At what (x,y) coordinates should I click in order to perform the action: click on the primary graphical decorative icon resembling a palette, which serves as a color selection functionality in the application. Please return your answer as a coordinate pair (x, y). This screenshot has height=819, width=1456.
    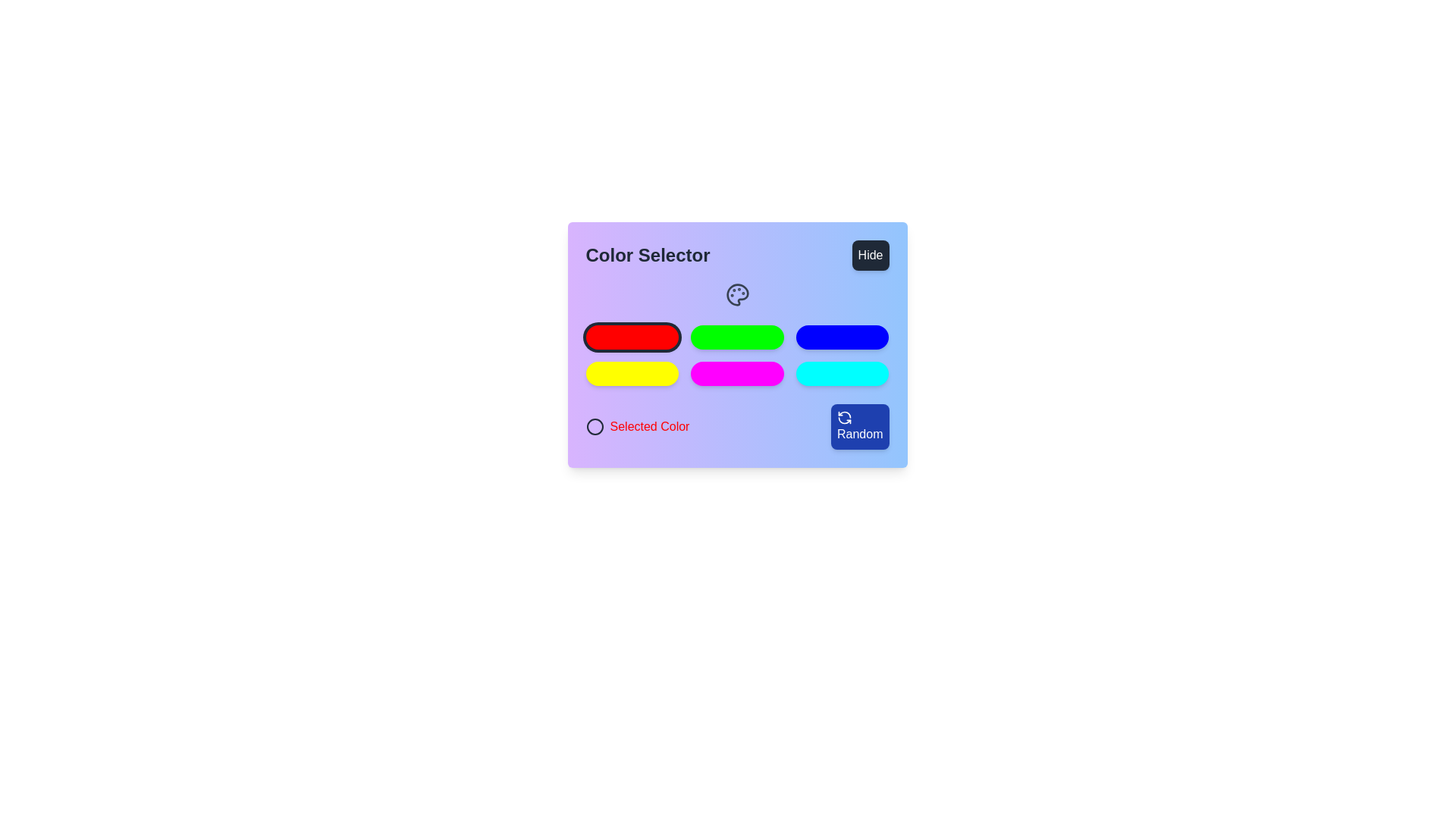
    Looking at the image, I should click on (737, 295).